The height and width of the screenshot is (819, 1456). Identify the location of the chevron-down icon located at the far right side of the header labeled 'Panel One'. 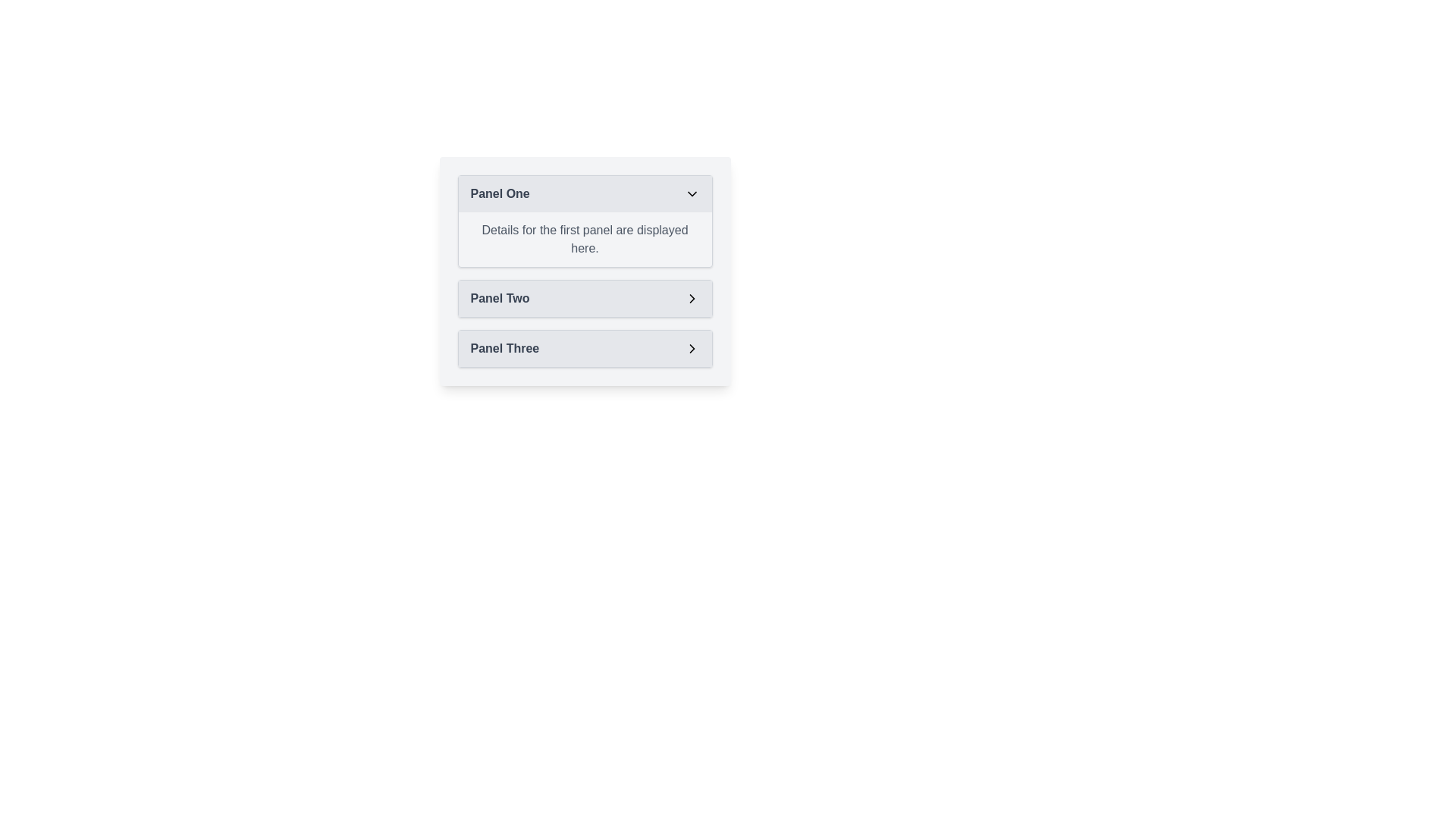
(691, 193).